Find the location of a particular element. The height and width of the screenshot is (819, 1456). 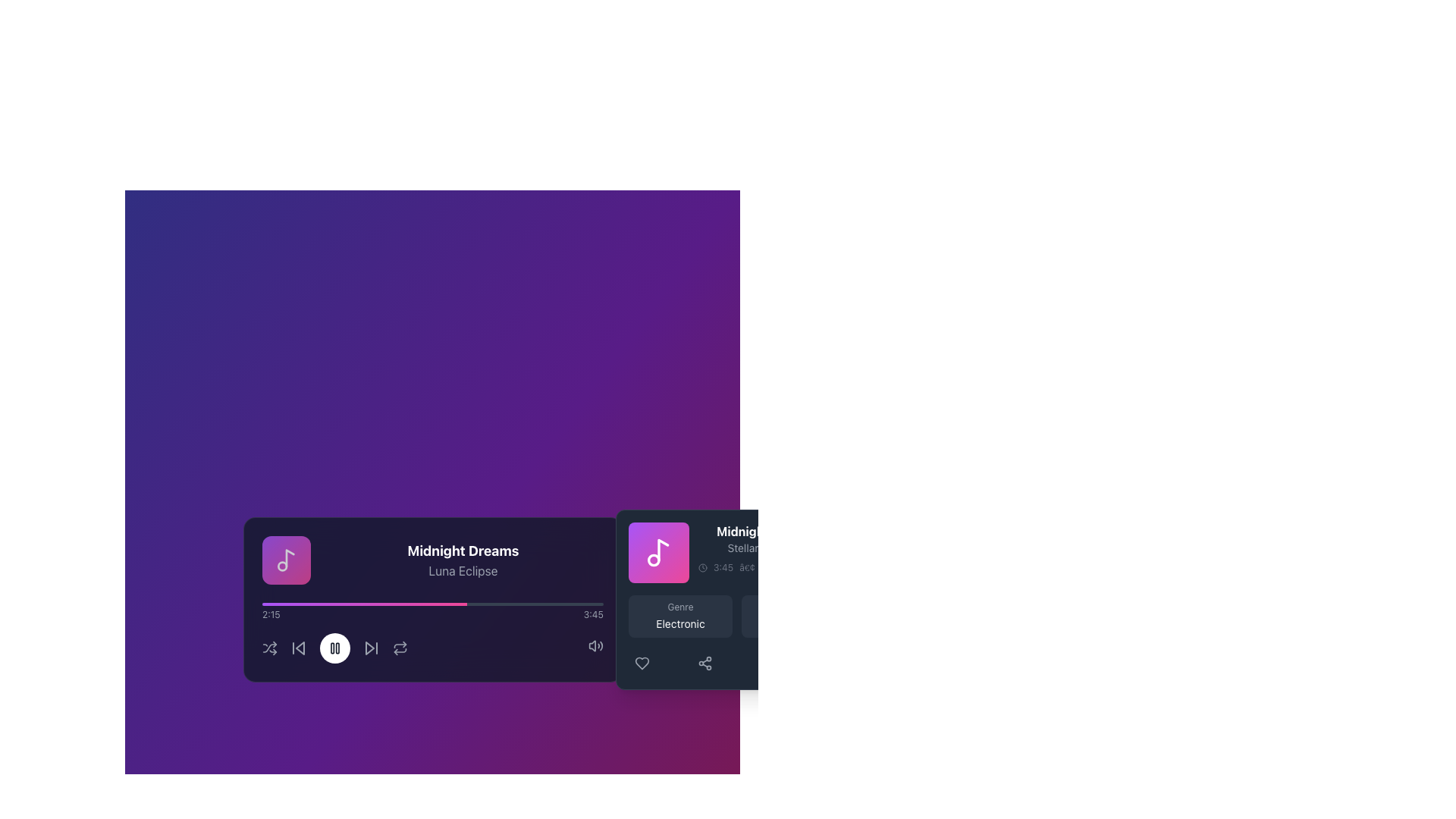

the buttons within the Control panel bar, which is centrally located at the lower part of the main music player interface is located at coordinates (431, 648).